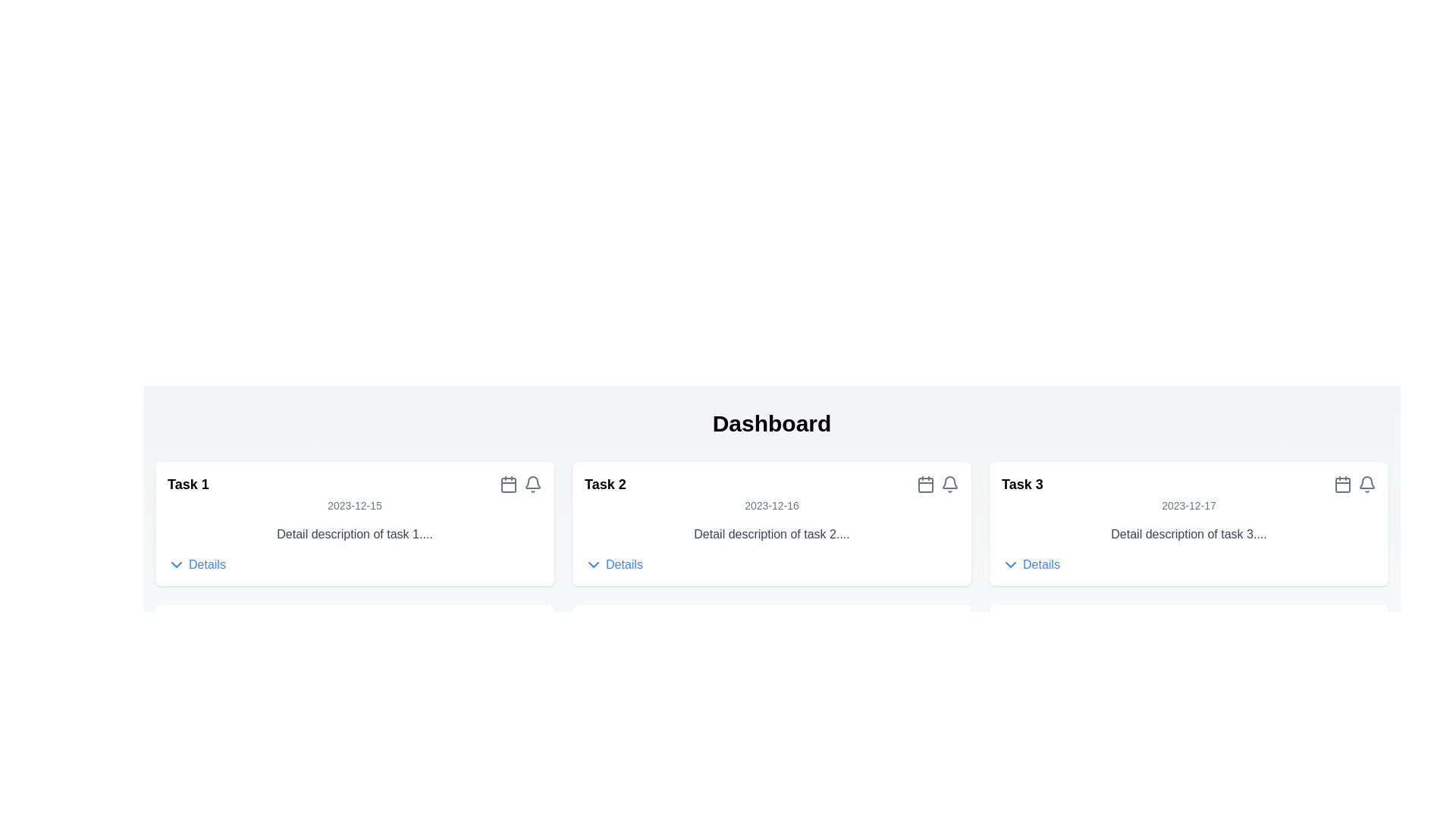  What do you see at coordinates (592, 564) in the screenshot?
I see `the Chevron down icon in the 'Task 2' card to provide focus` at bounding box center [592, 564].